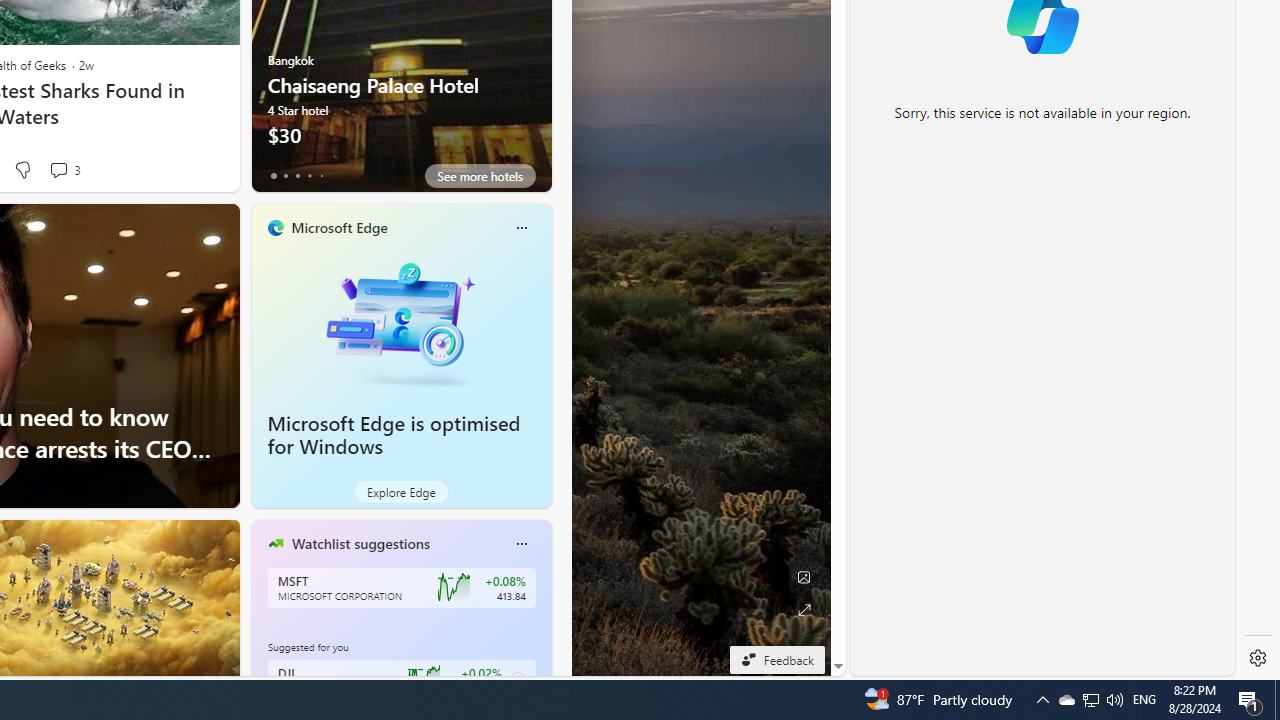 The height and width of the screenshot is (720, 1280). Describe the element at coordinates (803, 577) in the screenshot. I see `'Edit Background'` at that location.